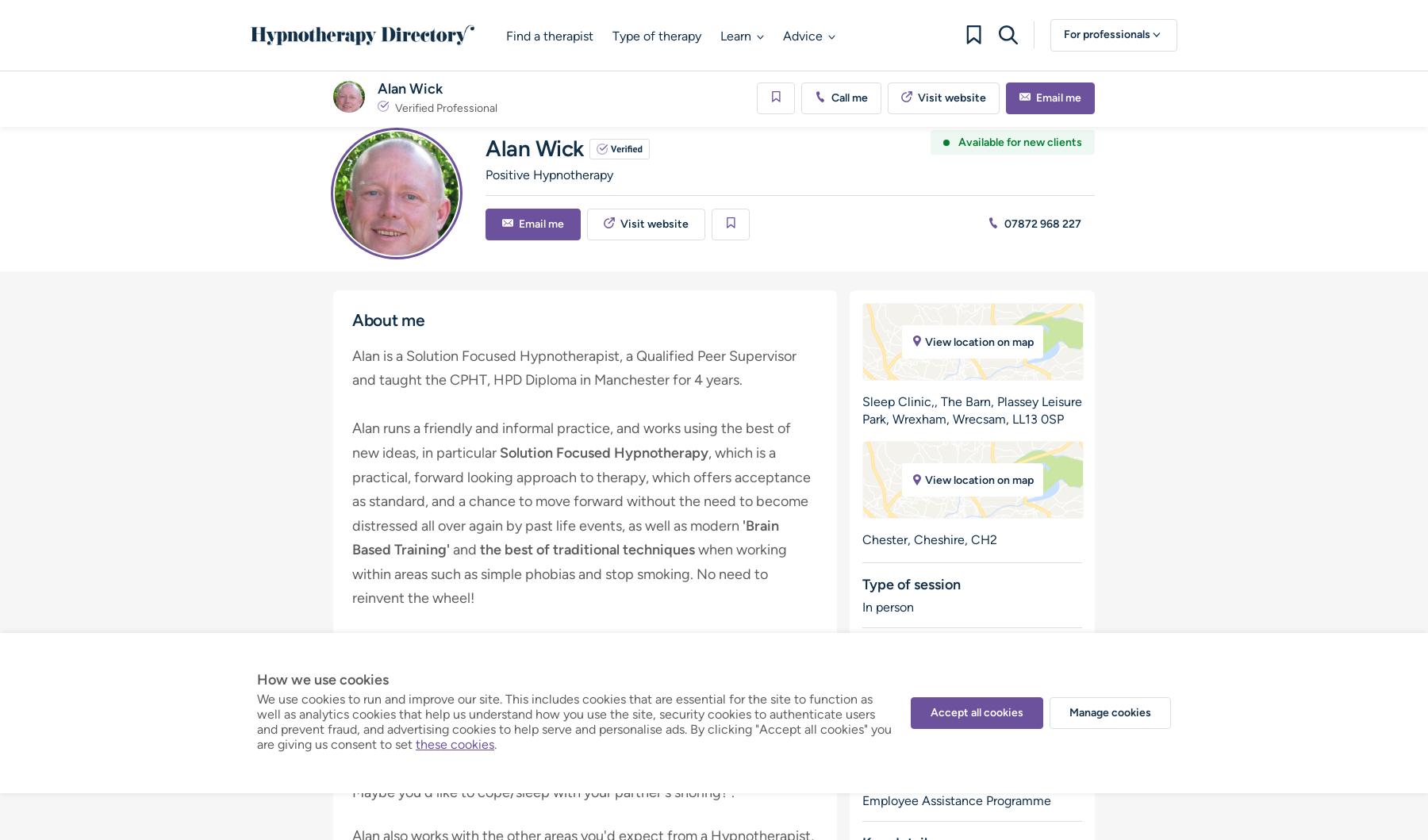 The image size is (1428, 840). Describe the element at coordinates (352, 755) in the screenshot. I see `'such as sleep walking, sleep 'paralysis' and what Alan prefers to term sleep 'behaviour' such as shouting out, tossing and turning, waving limbs, disturbing partners' and reducing the quality of their own sleep. Maybe you'd like to cope/sleep with your partner's snoring? .'` at that location.